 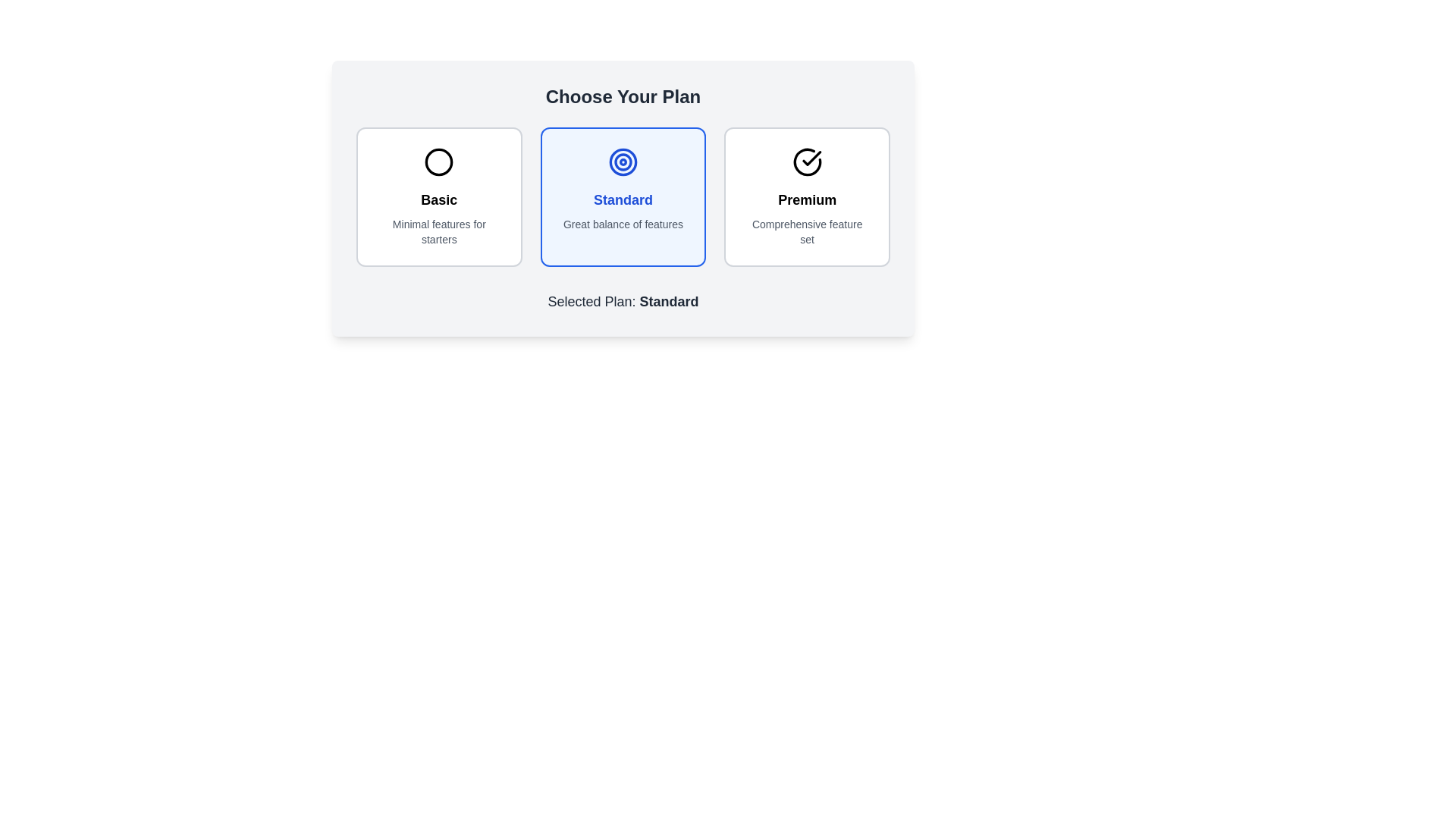 What do you see at coordinates (811, 158) in the screenshot?
I see `the checkmark icon within the circular outline that signifies selection for the 'Premium' plan option` at bounding box center [811, 158].